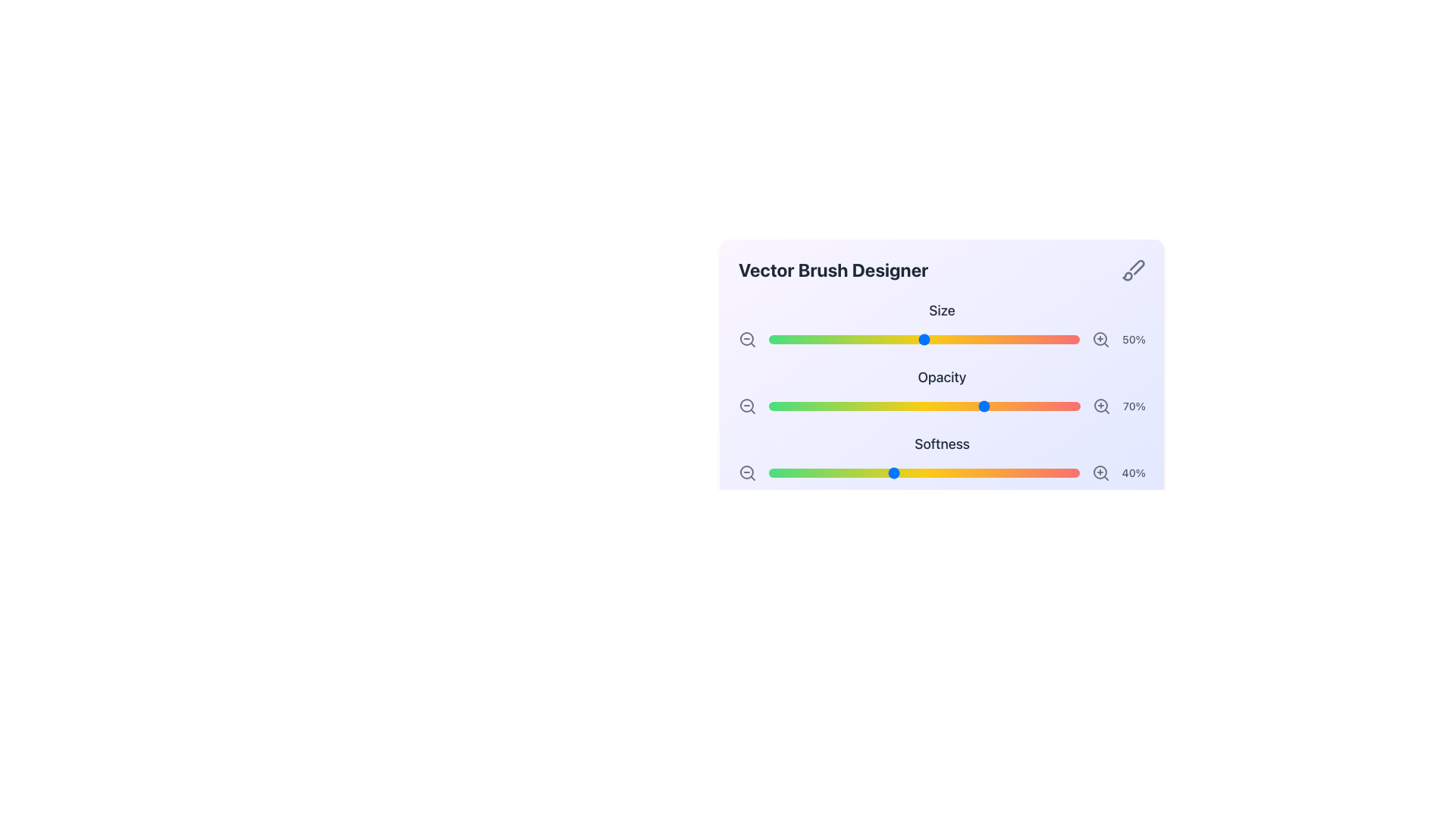 This screenshot has width=1456, height=819. Describe the element at coordinates (858, 338) in the screenshot. I see `the size` at that location.